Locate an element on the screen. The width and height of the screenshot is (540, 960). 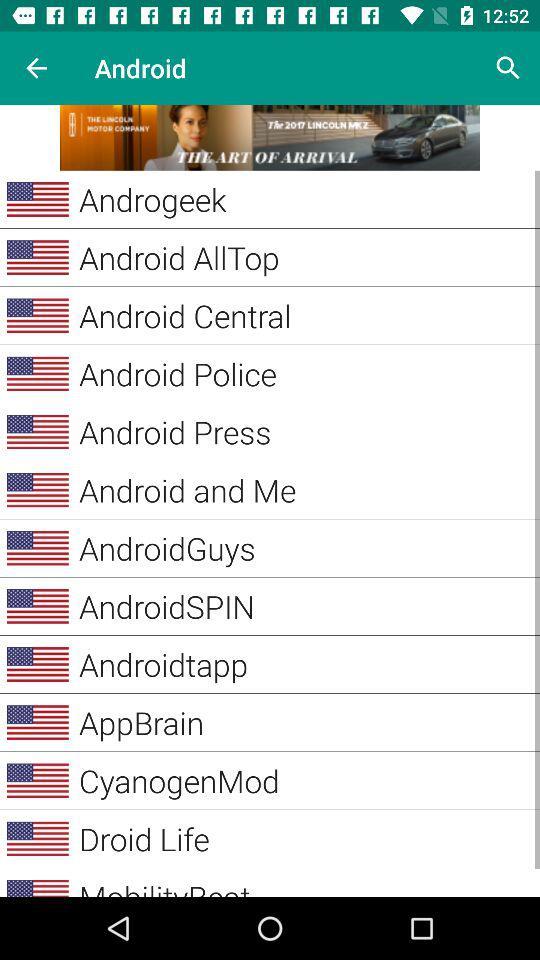
advertisement is located at coordinates (270, 136).